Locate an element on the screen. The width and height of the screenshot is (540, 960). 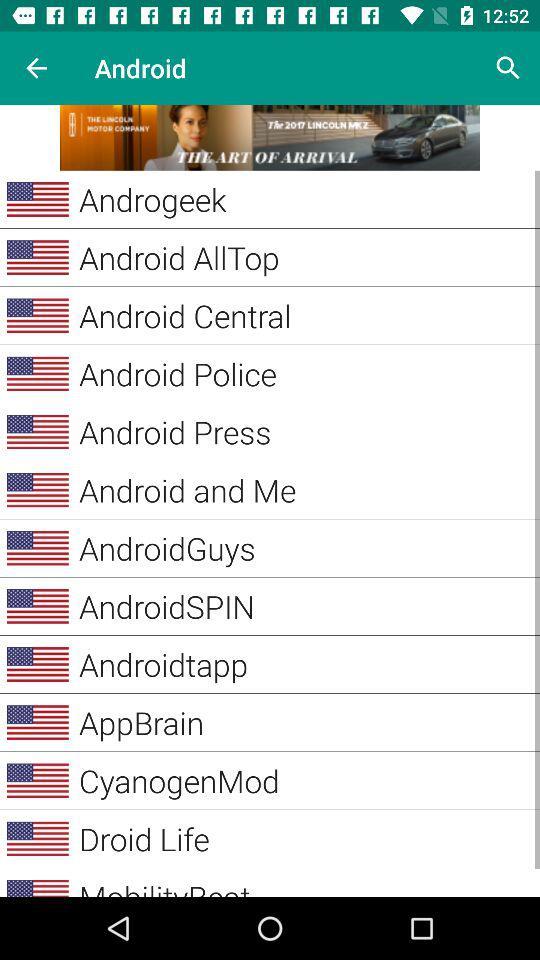
advertisement is located at coordinates (270, 136).